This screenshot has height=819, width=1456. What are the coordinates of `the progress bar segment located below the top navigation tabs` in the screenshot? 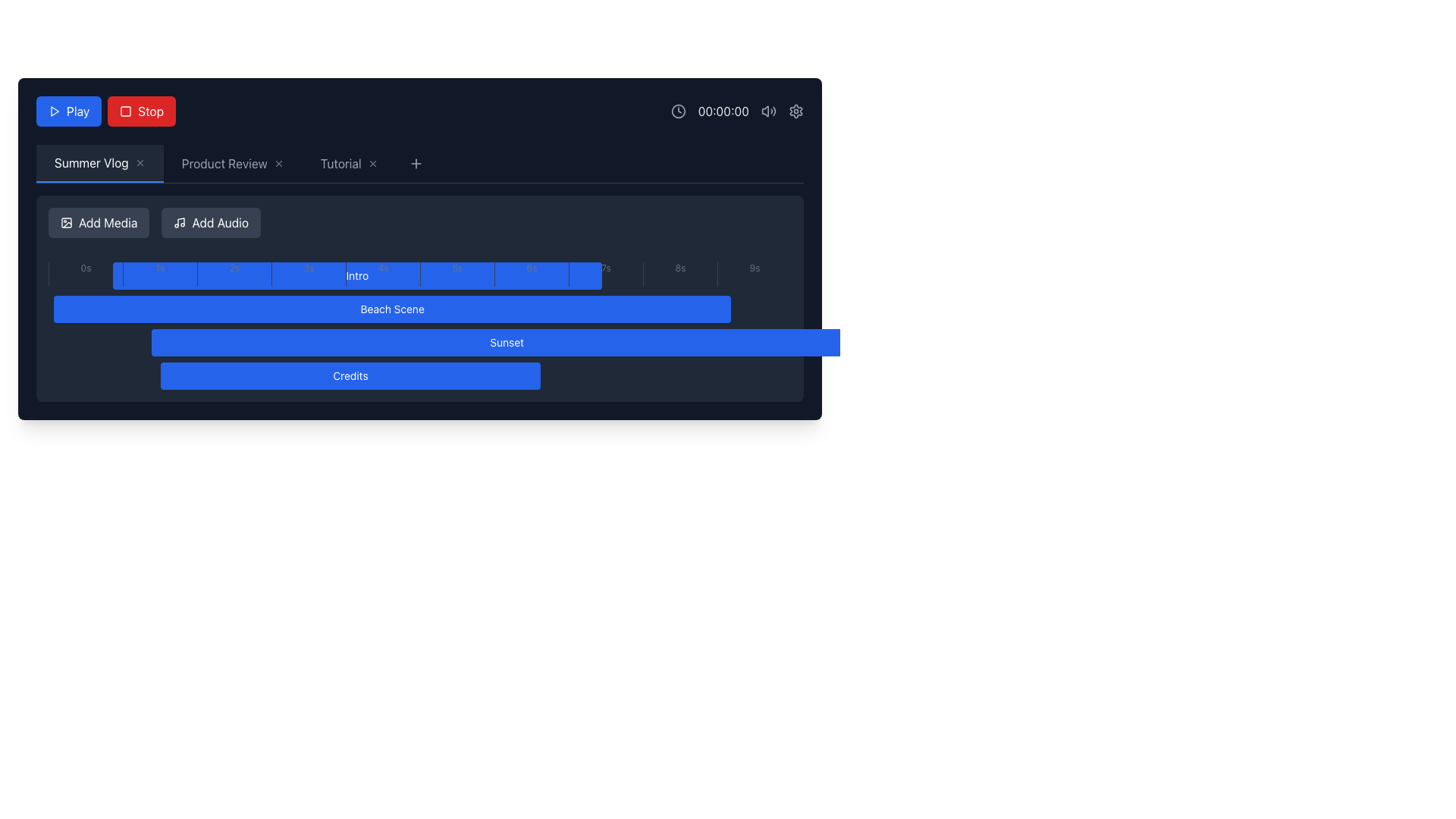 It's located at (419, 275).